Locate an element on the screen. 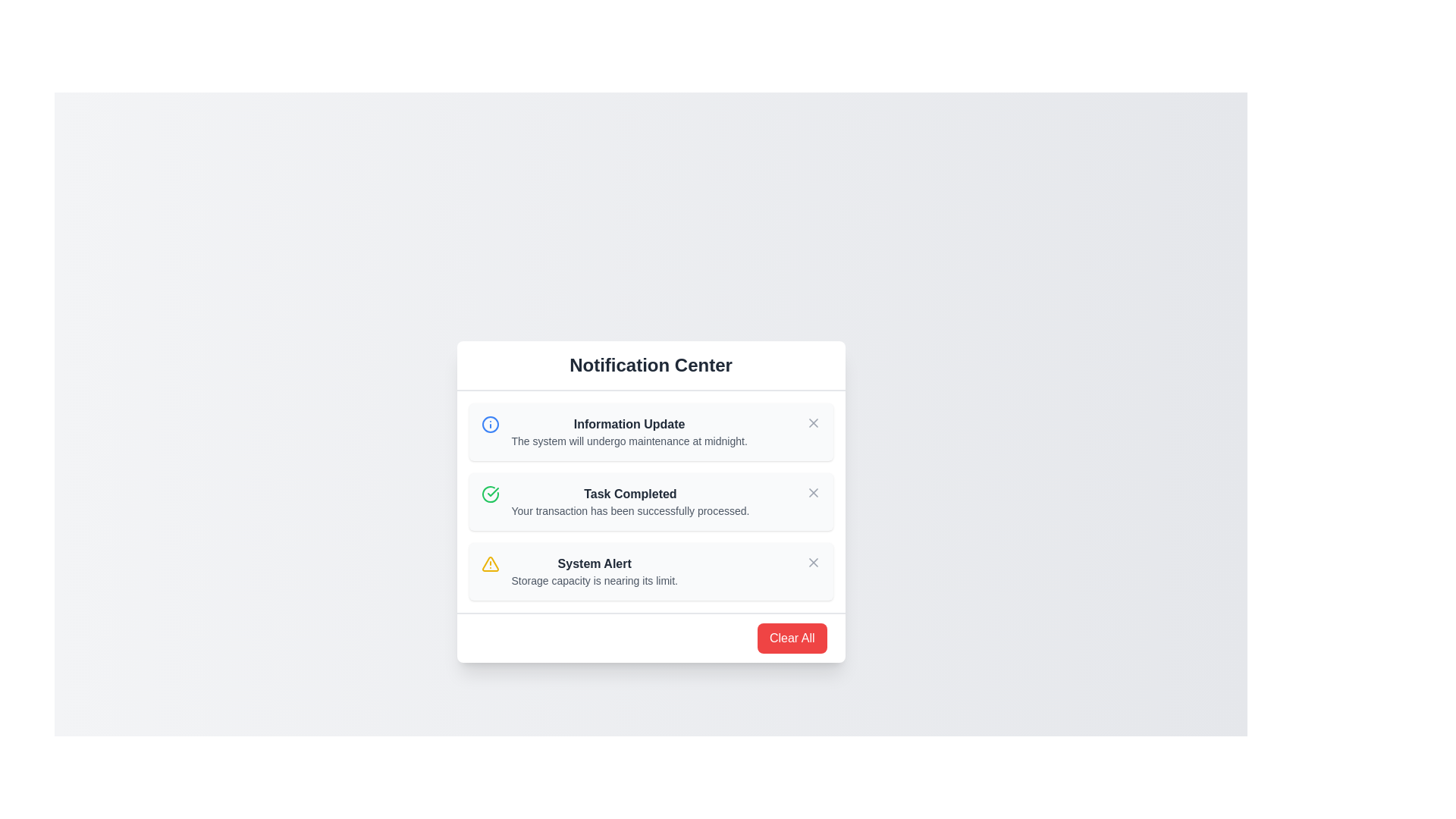 This screenshot has width=1456, height=819. notification message in the second card of the 'Notification Center' section that informs about the successful completion of a transaction is located at coordinates (630, 502).